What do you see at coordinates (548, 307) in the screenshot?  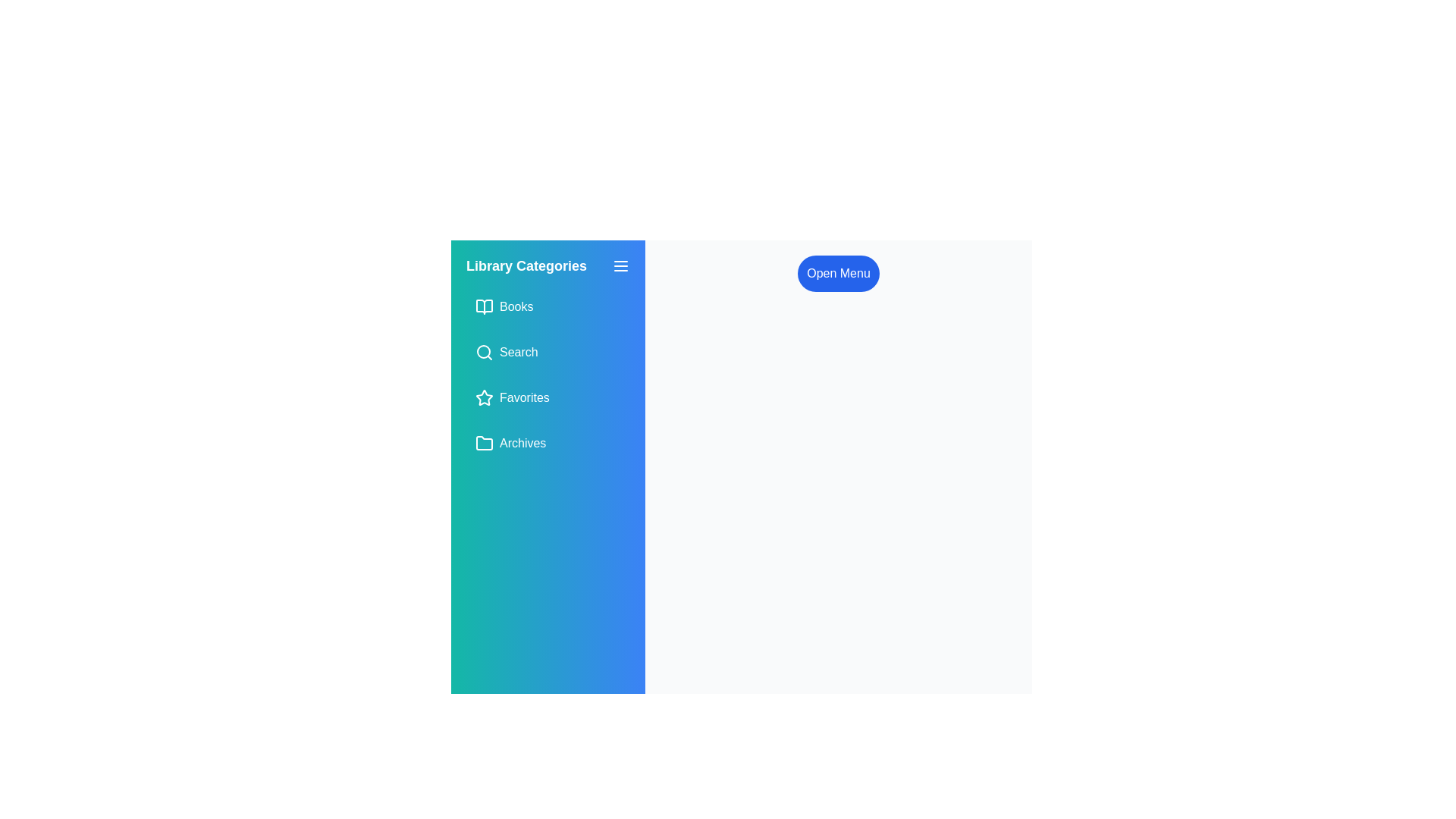 I see `the 'Books' button in the sidebar menu` at bounding box center [548, 307].